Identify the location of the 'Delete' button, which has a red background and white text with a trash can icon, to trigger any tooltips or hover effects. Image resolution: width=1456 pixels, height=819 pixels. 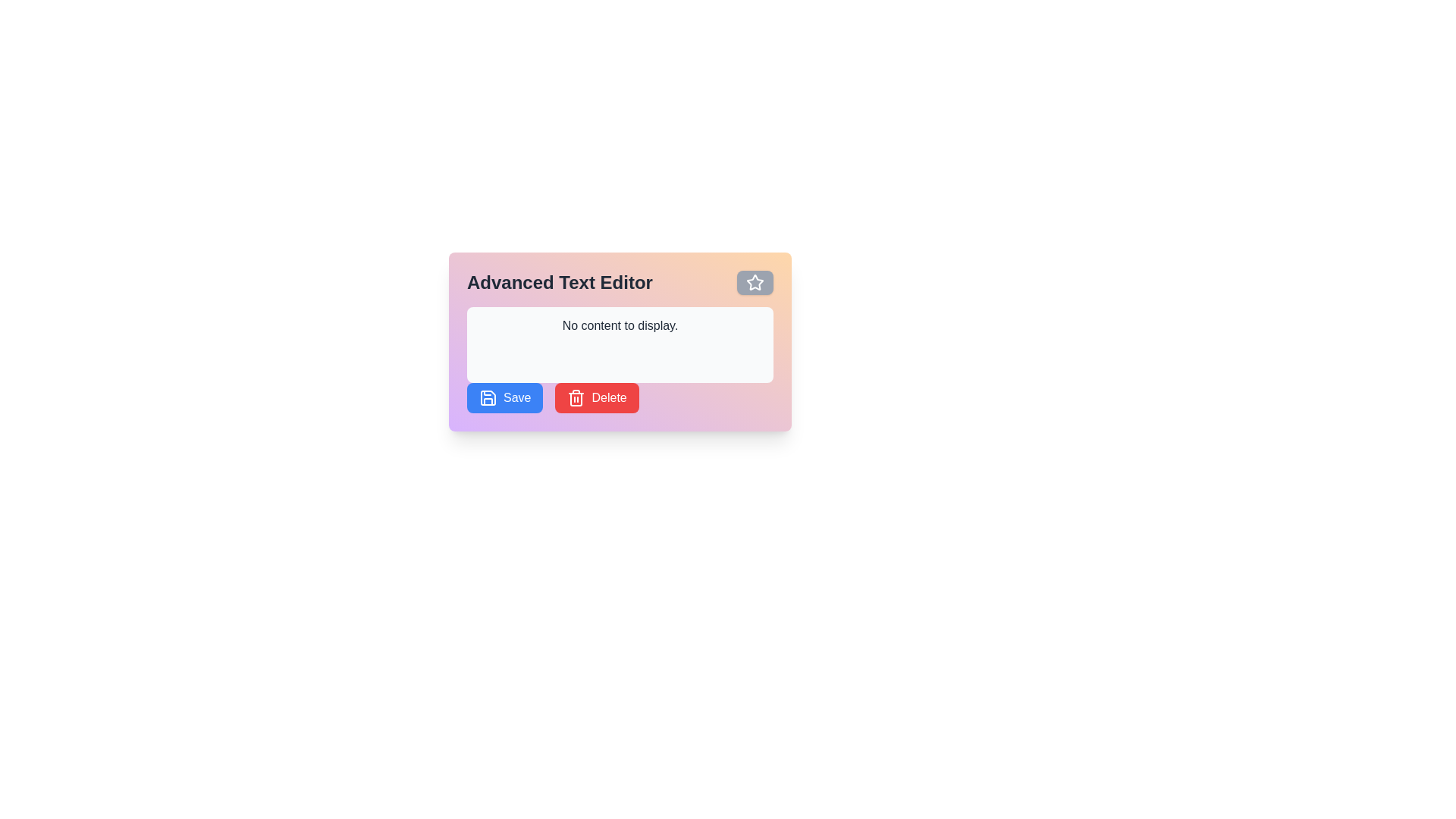
(596, 397).